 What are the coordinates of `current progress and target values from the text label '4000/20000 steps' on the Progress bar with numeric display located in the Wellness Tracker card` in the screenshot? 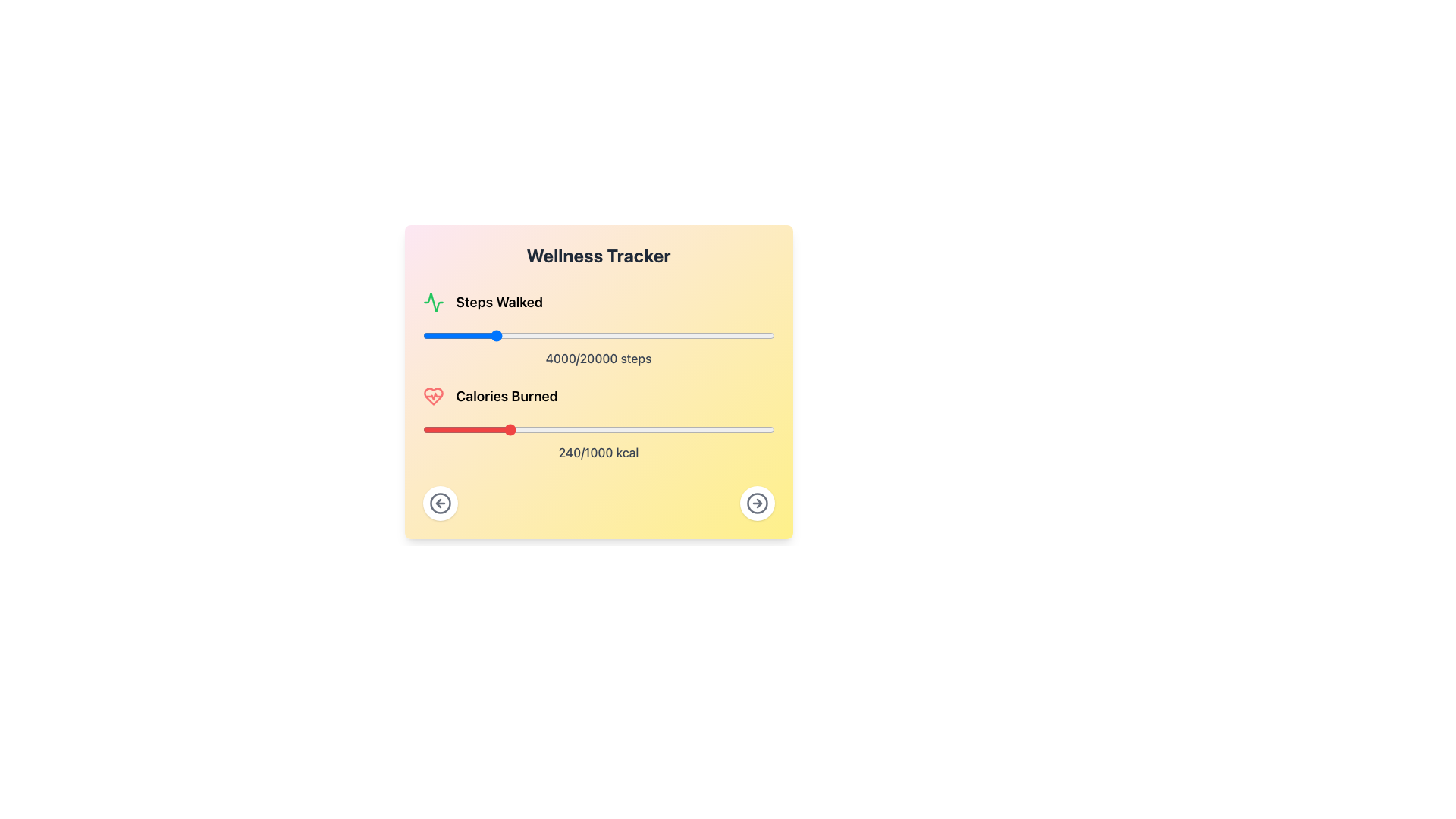 It's located at (598, 329).